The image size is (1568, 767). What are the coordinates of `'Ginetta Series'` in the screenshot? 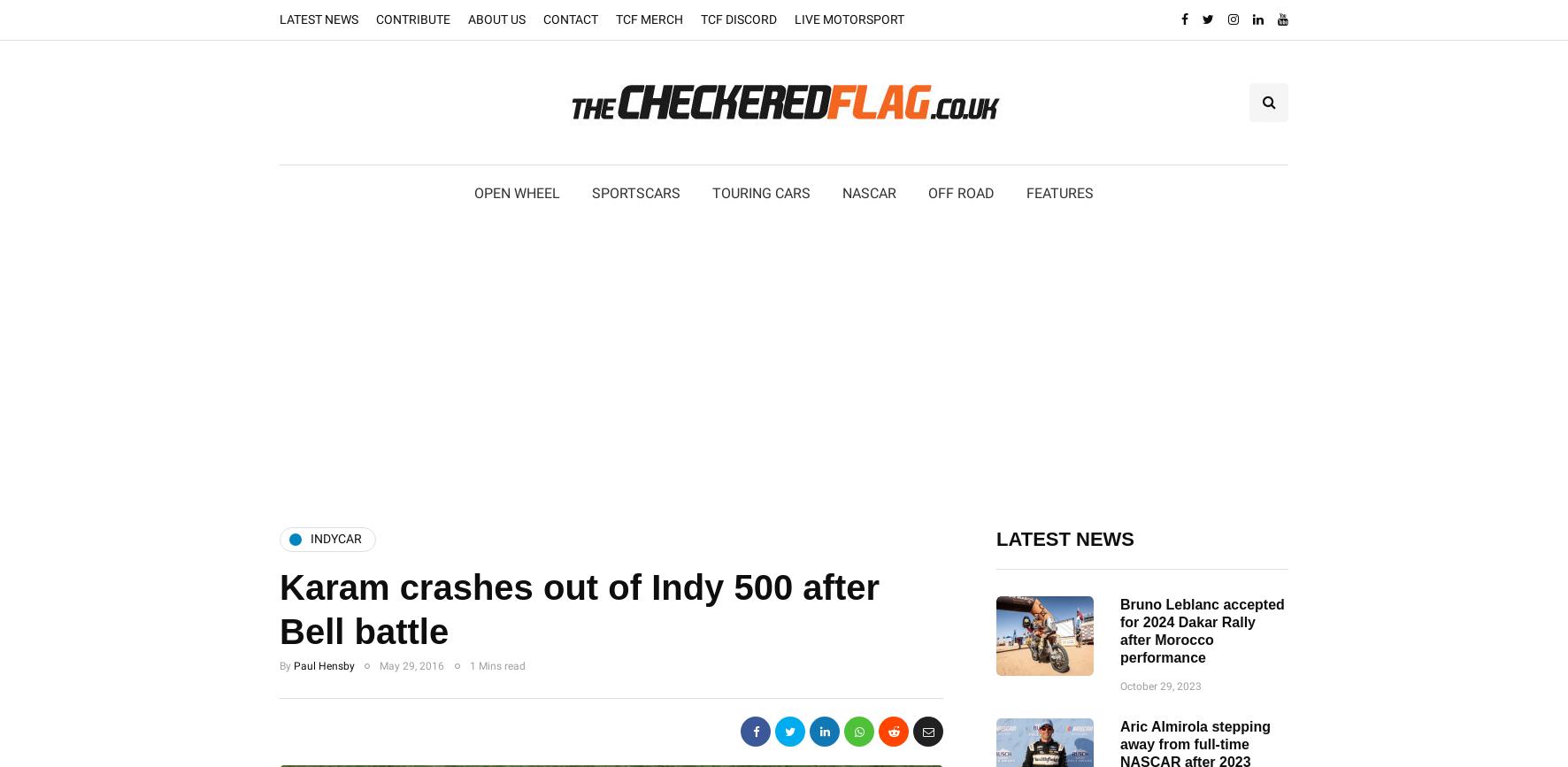 It's located at (593, 310).